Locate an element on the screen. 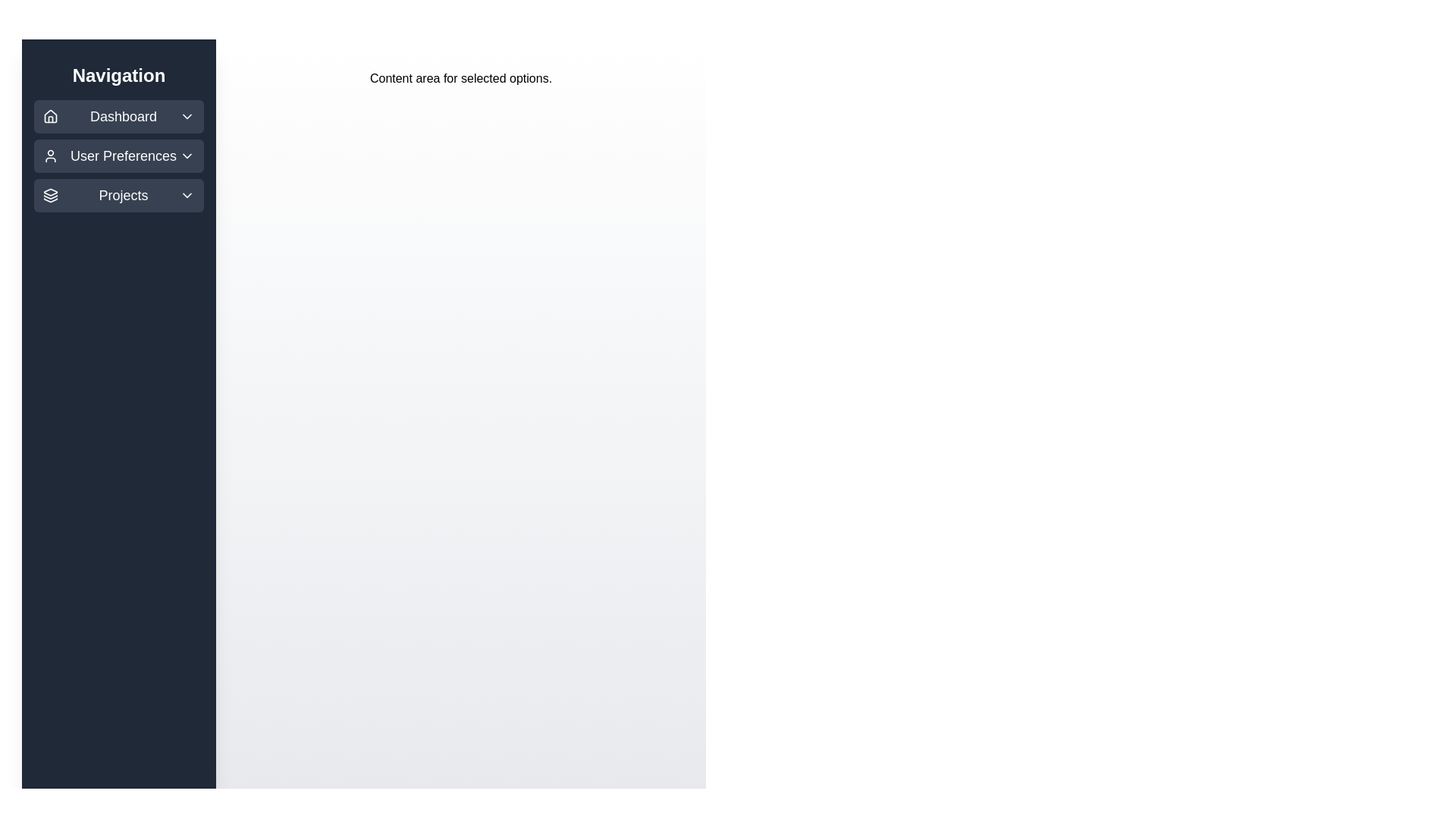 The width and height of the screenshot is (1456, 819). the downward-pointing chevron icon that indicates a dropdown menu in the left-hand vertical navigation bar next to the 'Projects' navigation item is located at coordinates (186, 195).